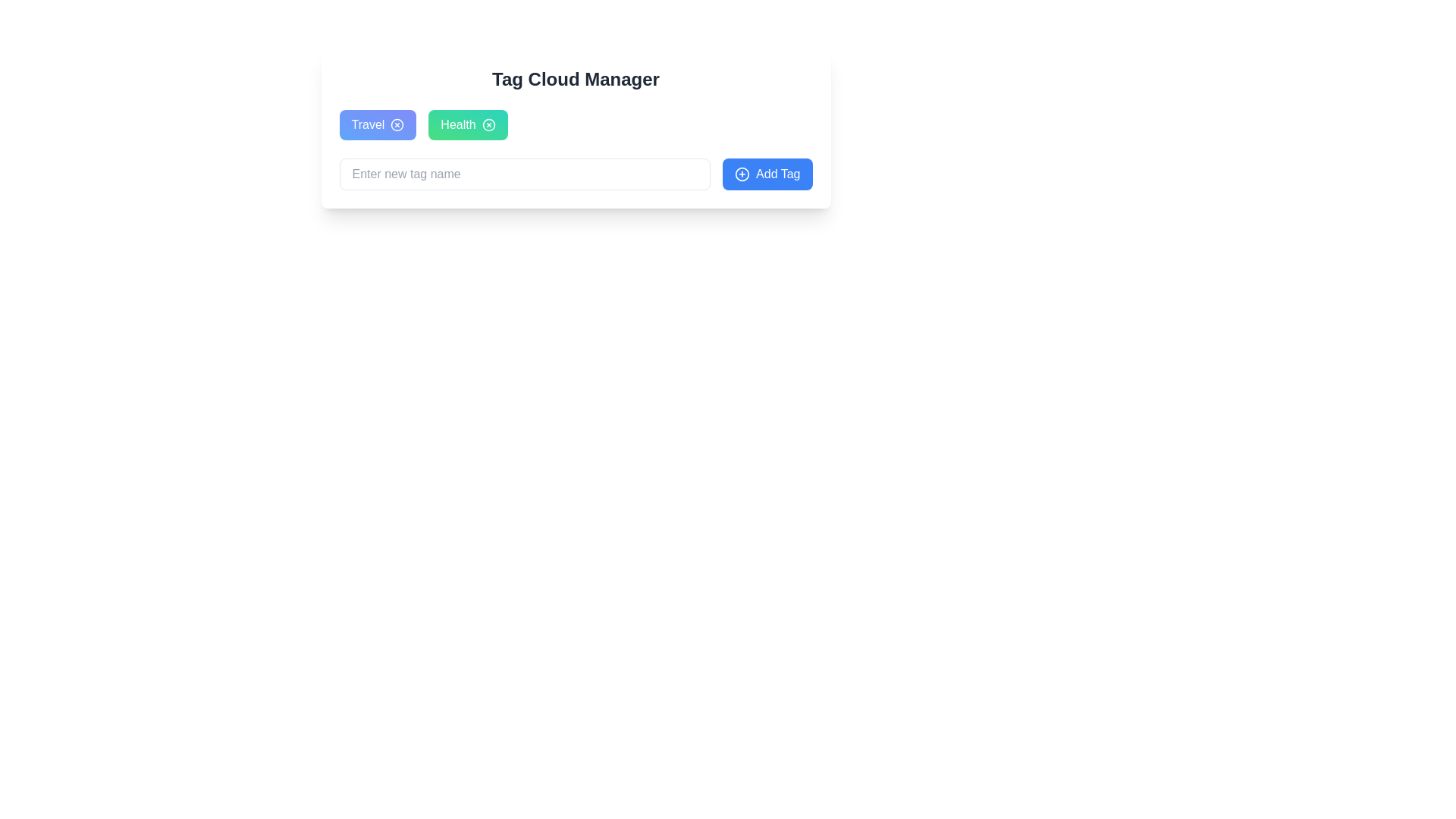  What do you see at coordinates (368, 124) in the screenshot?
I see `the 'Travel' text label inside the stylized clickable button` at bounding box center [368, 124].